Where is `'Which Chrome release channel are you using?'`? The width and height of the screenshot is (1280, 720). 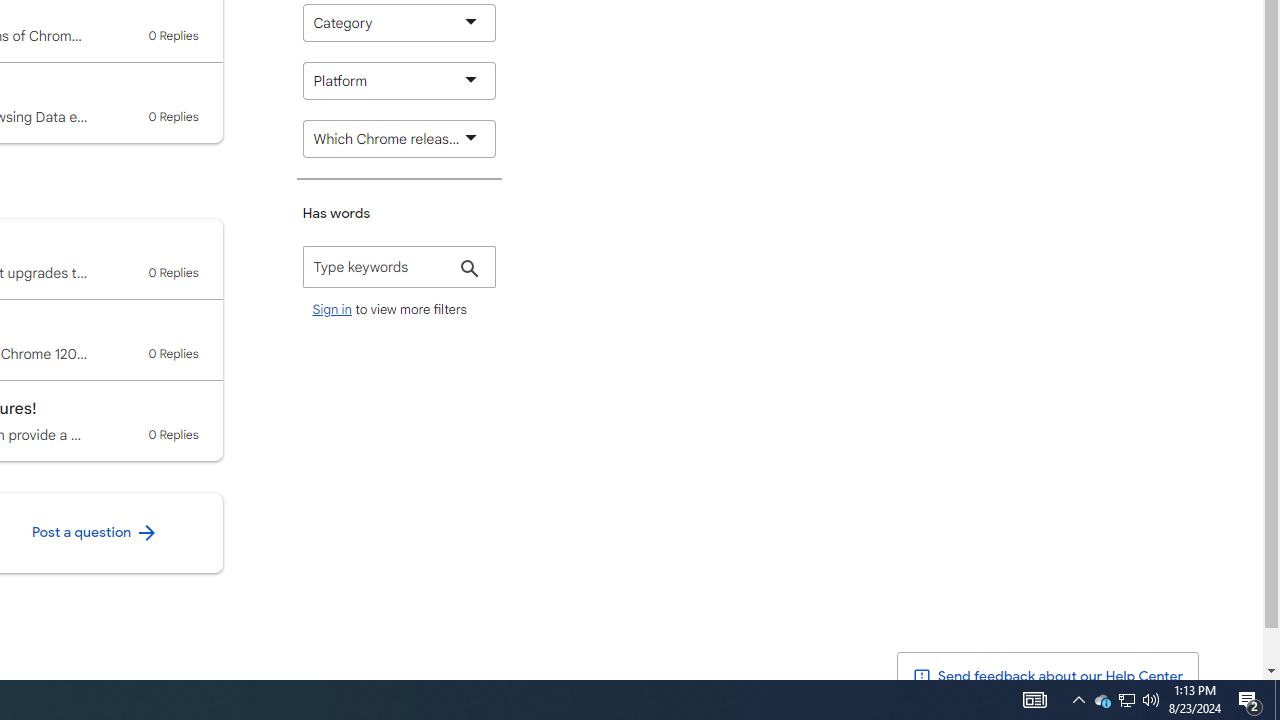
'Which Chrome release channel are you using?' is located at coordinates (399, 137).